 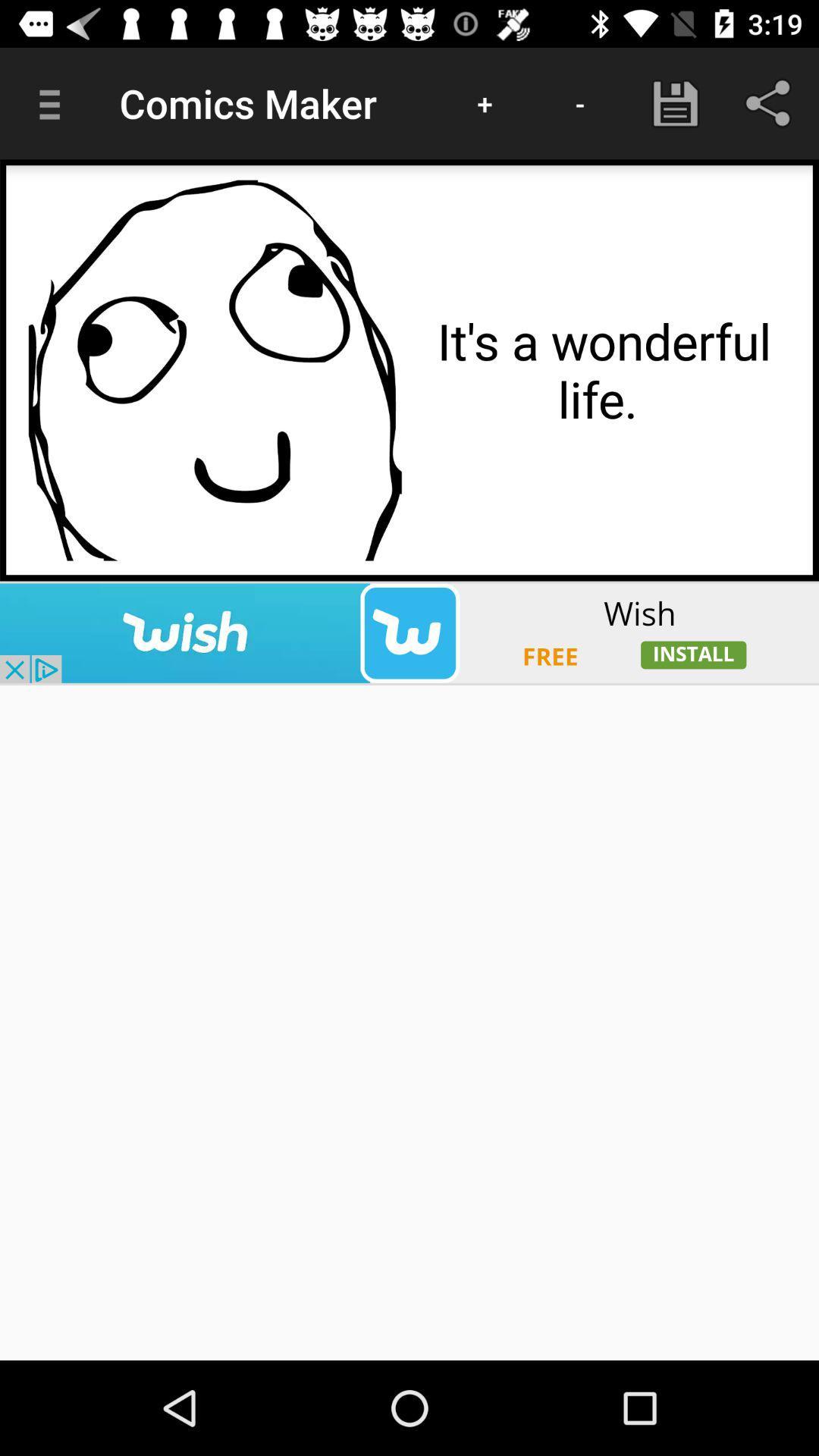 I want to click on picture, so click(x=215, y=370).